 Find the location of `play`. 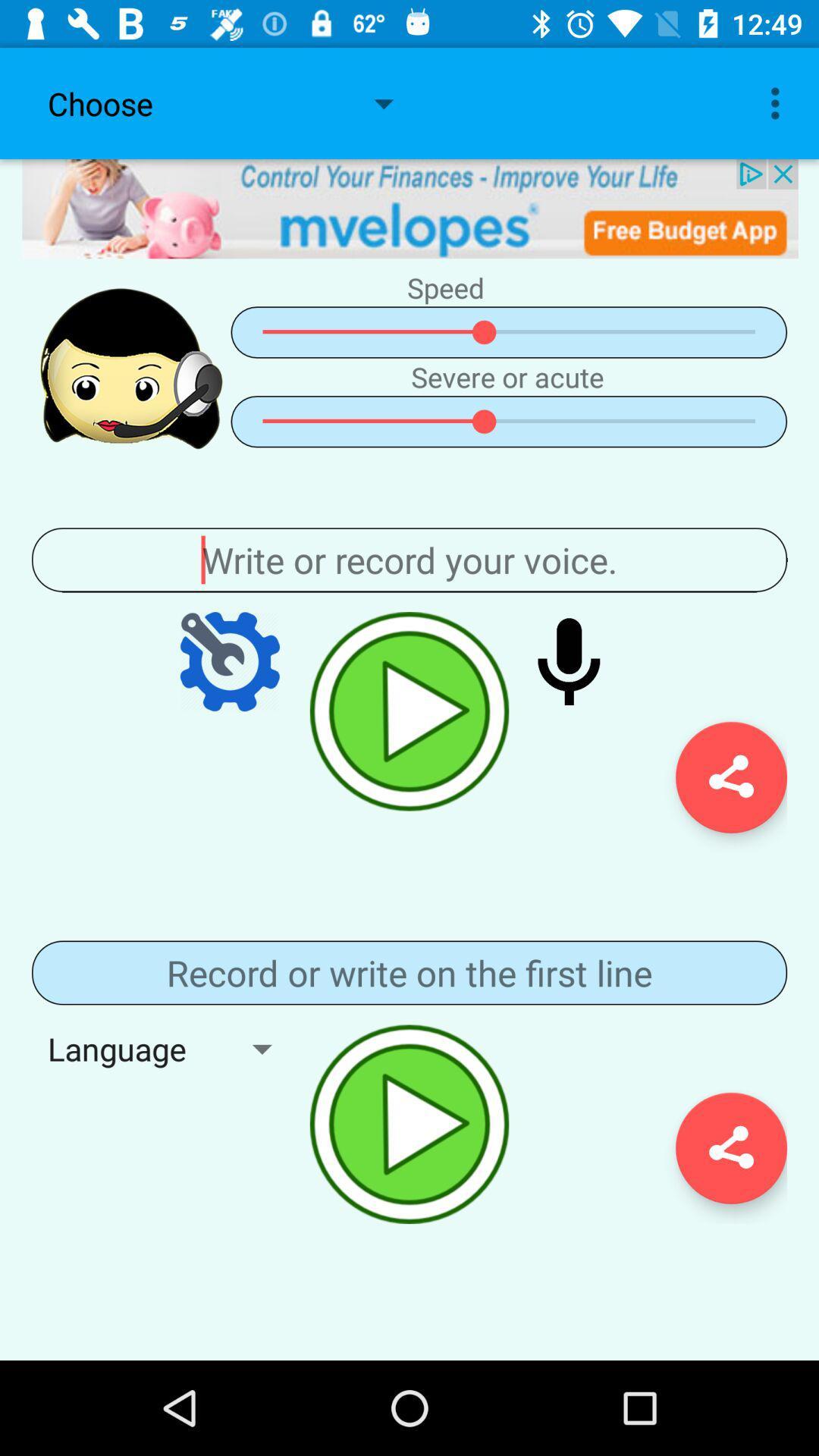

play is located at coordinates (409, 711).